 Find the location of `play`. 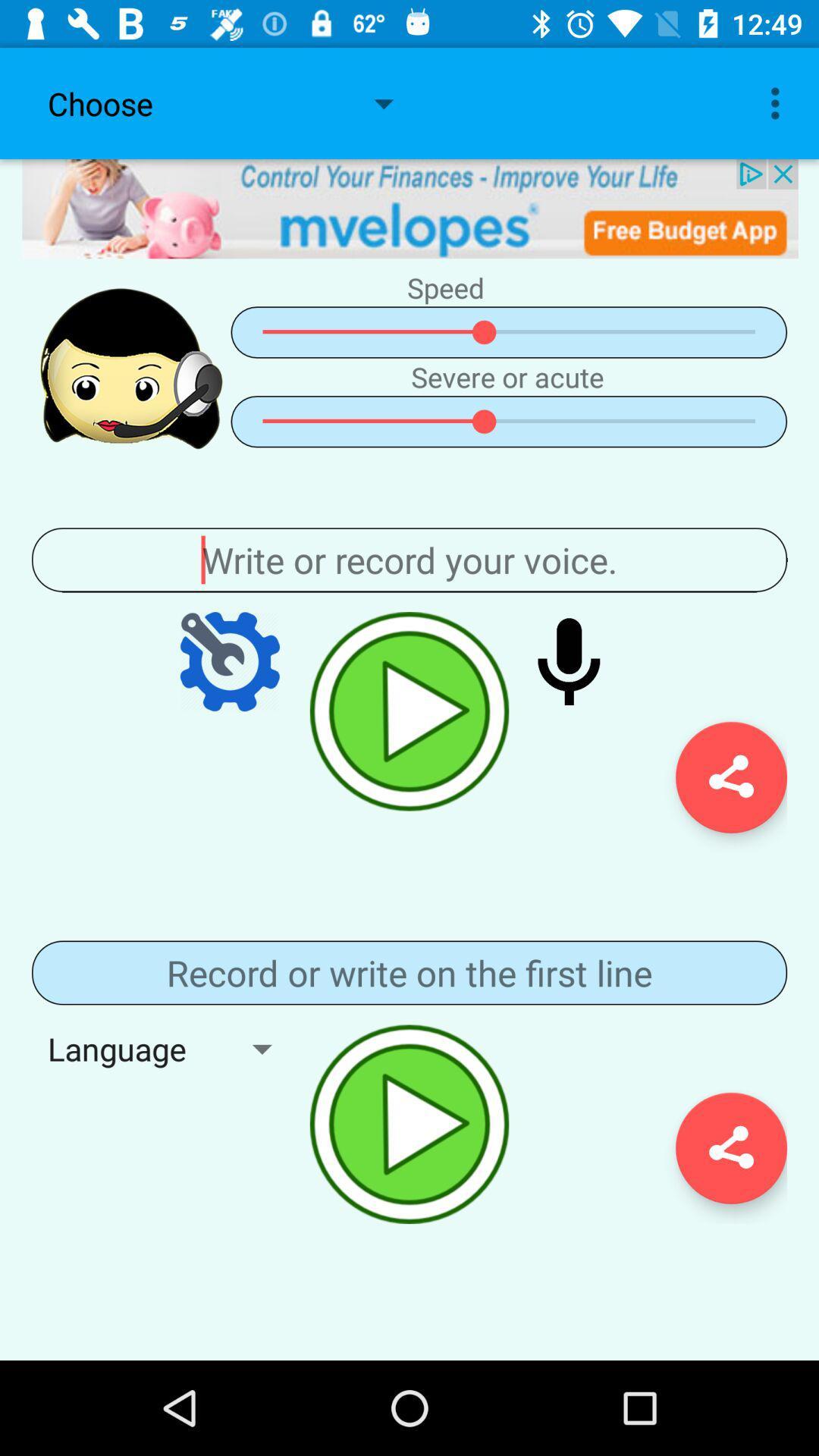

play is located at coordinates (409, 711).